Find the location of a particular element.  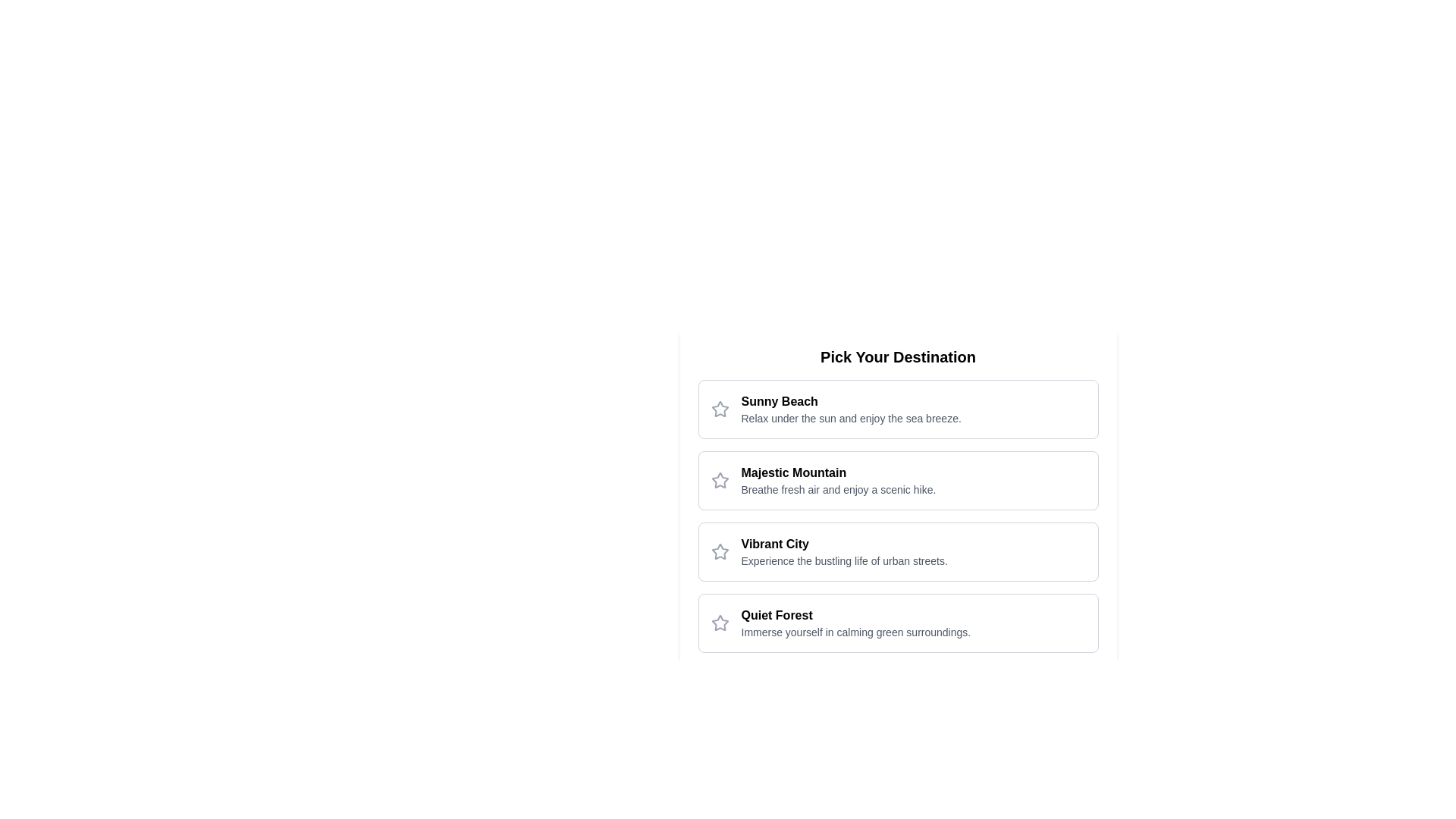

the 'Sunny Beach' text block, which is the first item in the list of destination options that provides information about the destination is located at coordinates (851, 409).